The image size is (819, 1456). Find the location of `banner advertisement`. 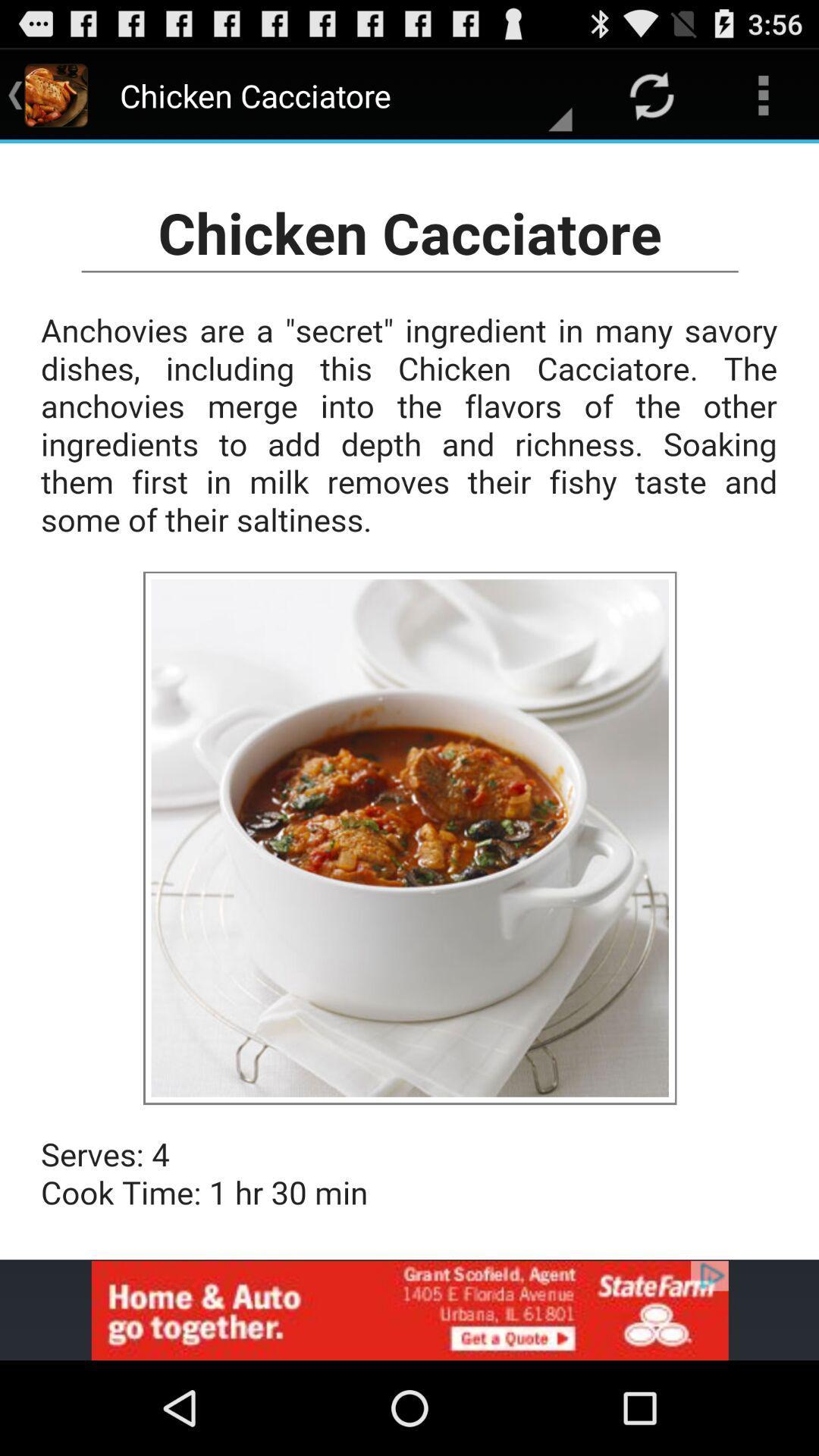

banner advertisement is located at coordinates (409, 1310).